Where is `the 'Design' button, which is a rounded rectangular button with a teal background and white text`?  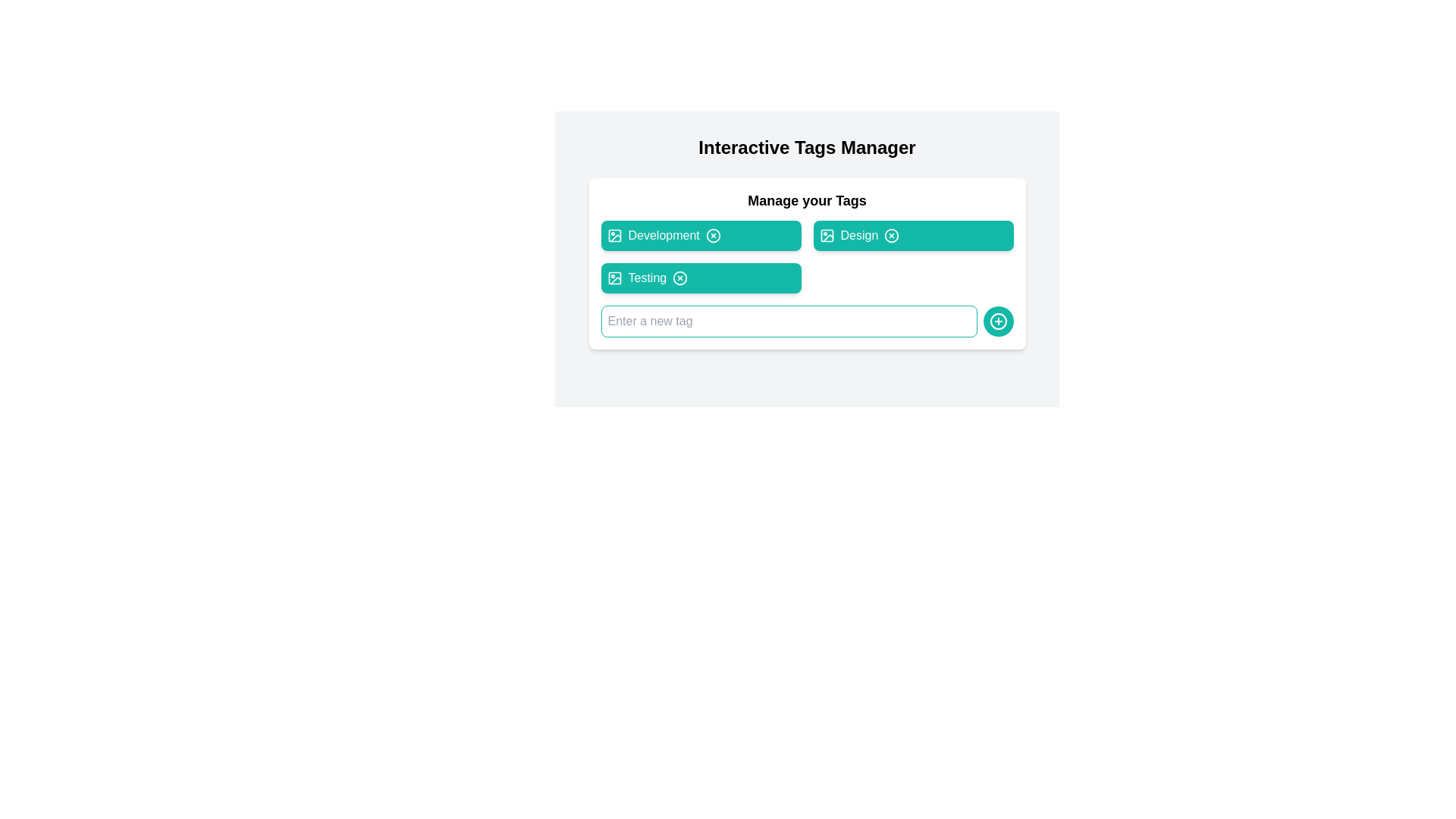
the 'Design' button, which is a rounded rectangular button with a teal background and white text is located at coordinates (912, 236).